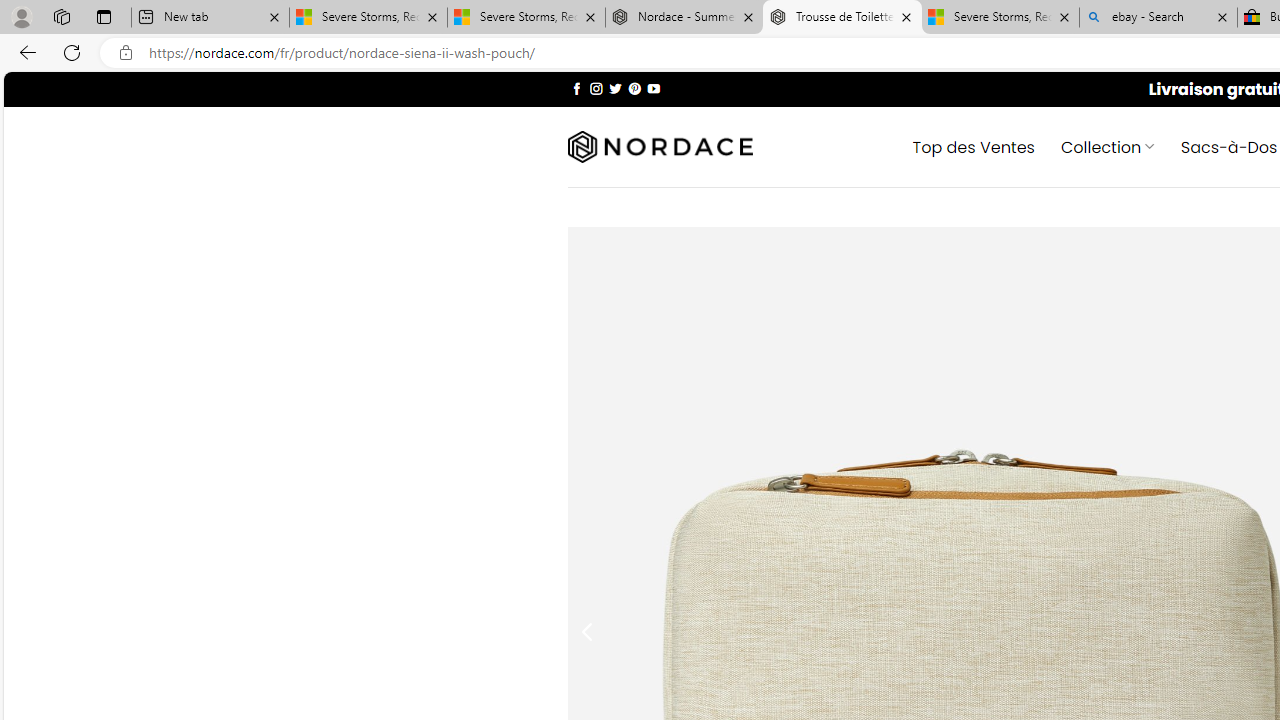 The width and height of the screenshot is (1280, 720). Describe the element at coordinates (653, 87) in the screenshot. I see `'Nous suivre sur Youtube'` at that location.